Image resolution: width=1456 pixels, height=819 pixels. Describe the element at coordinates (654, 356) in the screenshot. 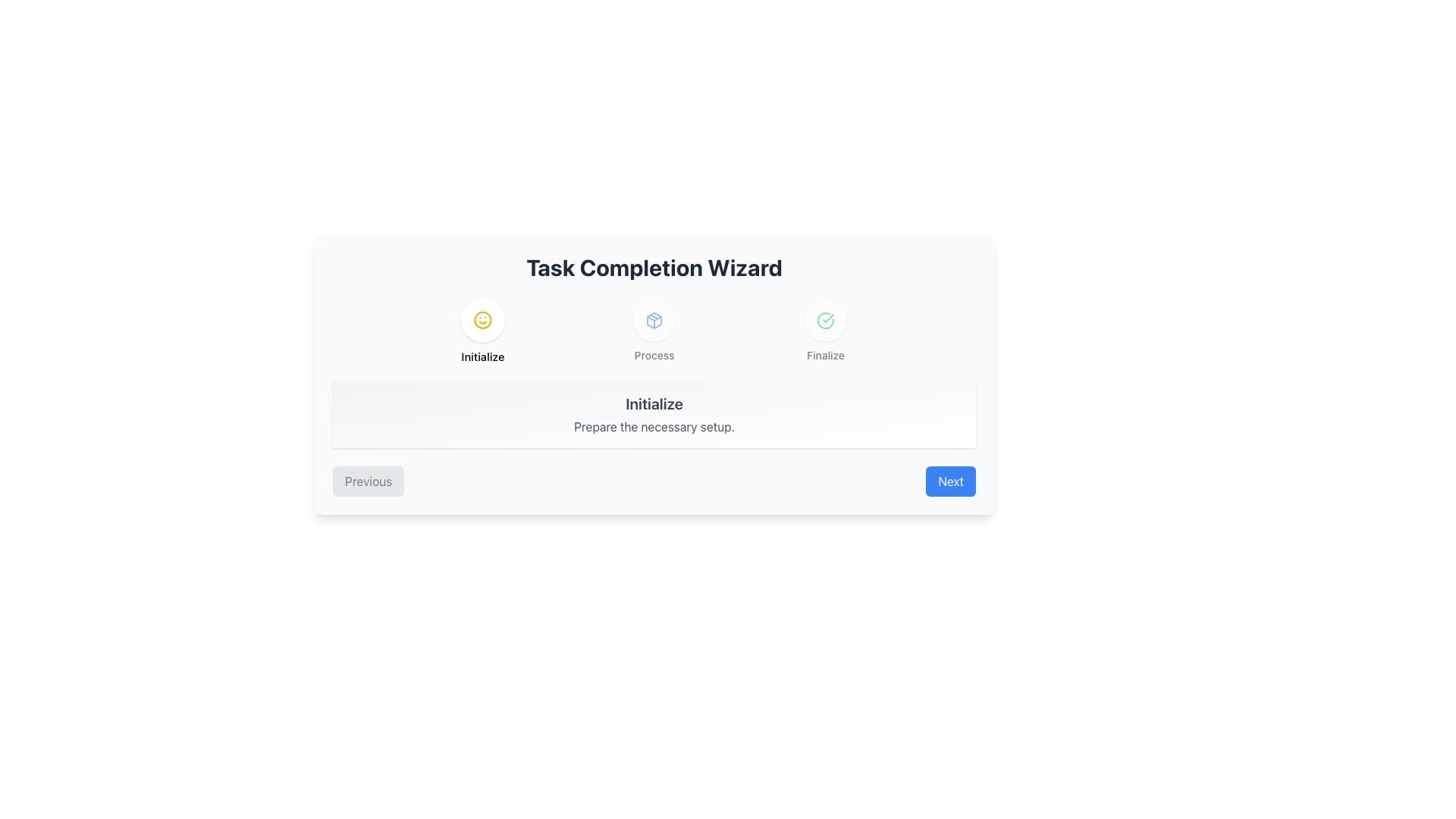

I see `the 'Process' label, which is the second step in the process flow, located centrally beneath the blue package icon` at that location.